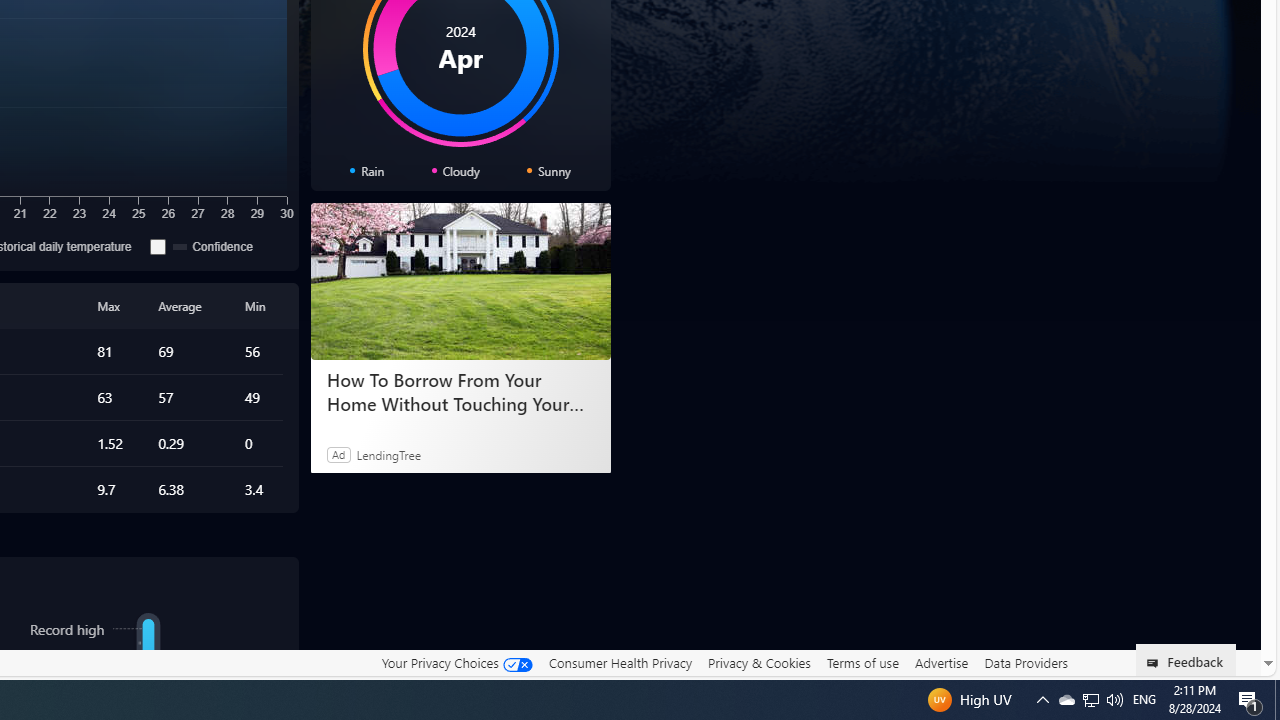 This screenshot has width=1280, height=720. Describe the element at coordinates (758, 663) in the screenshot. I see `'Privacy & Cookies'` at that location.